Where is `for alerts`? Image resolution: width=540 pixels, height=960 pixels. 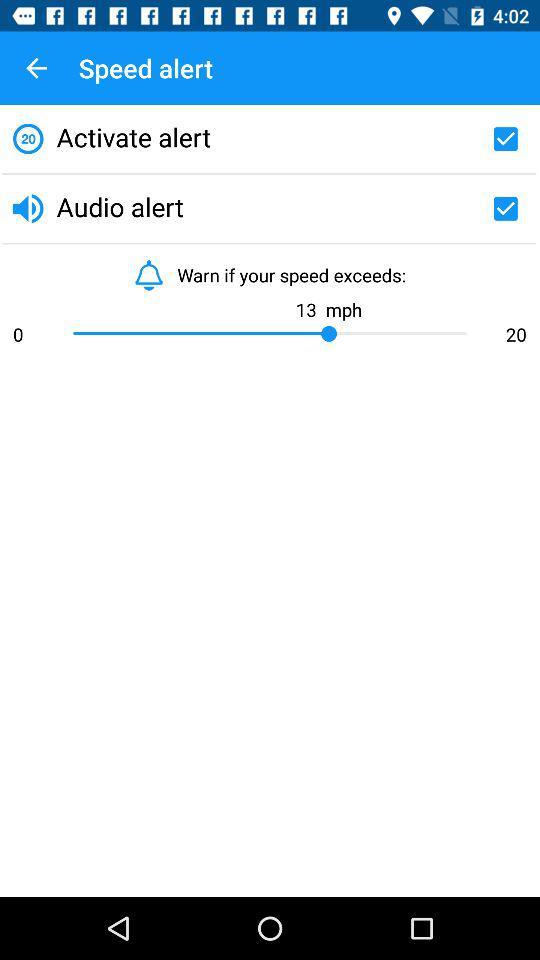 for alerts is located at coordinates (504, 138).